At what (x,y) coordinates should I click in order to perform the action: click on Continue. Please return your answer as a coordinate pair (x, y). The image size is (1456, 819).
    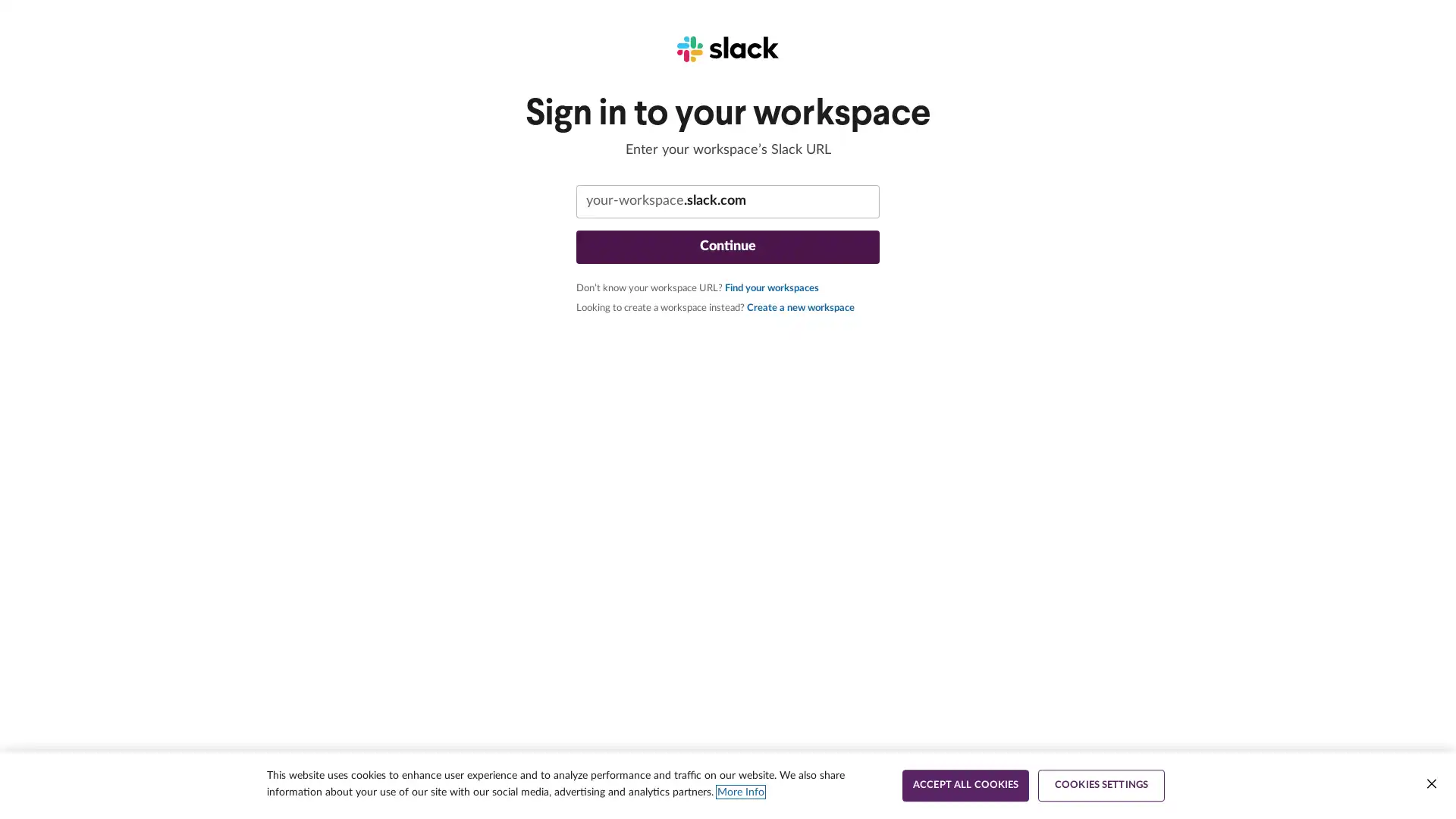
    Looking at the image, I should click on (728, 246).